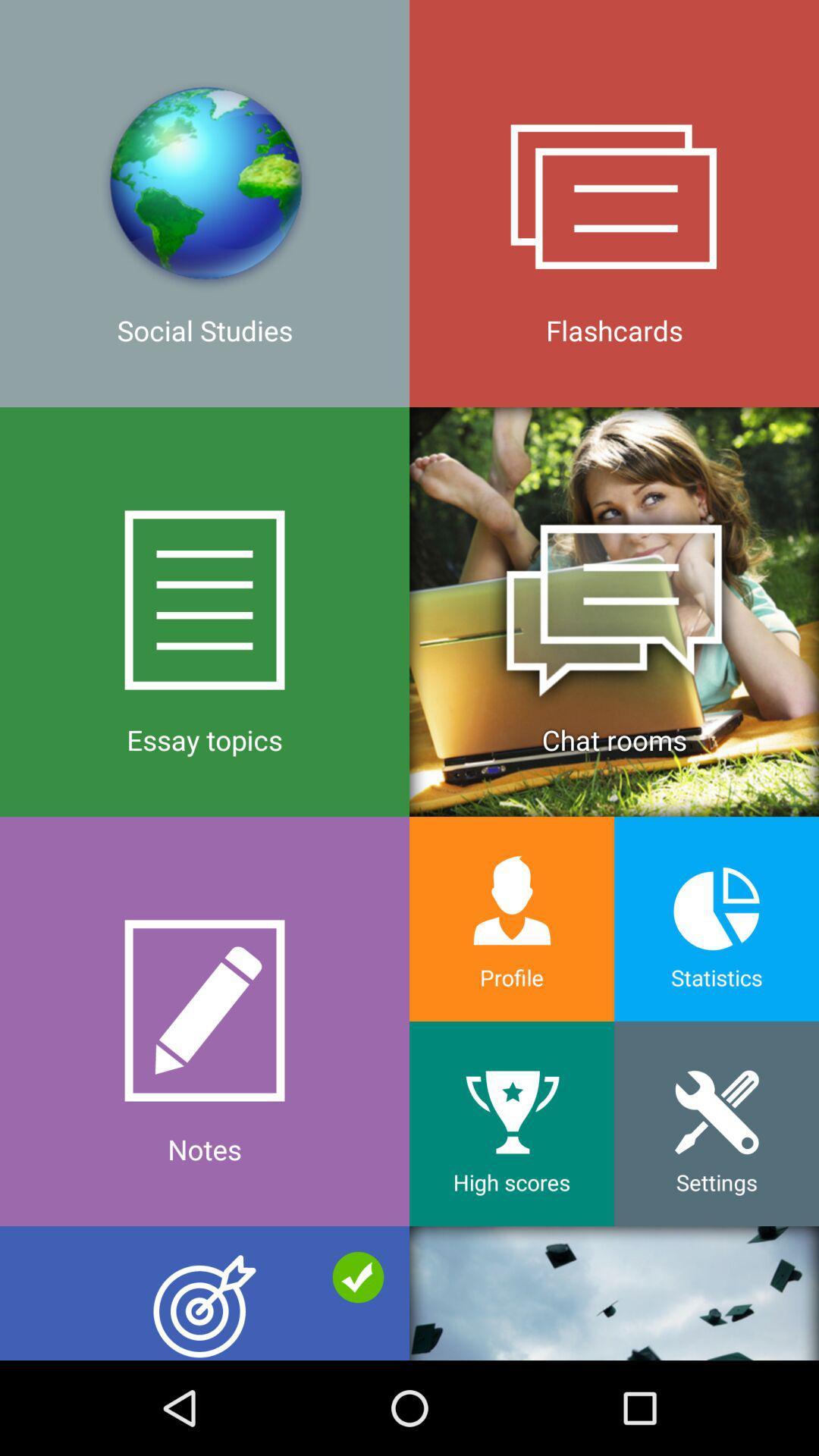 This screenshot has height=1456, width=819. Describe the element at coordinates (512, 1124) in the screenshot. I see `the icon to the right of the notes` at that location.